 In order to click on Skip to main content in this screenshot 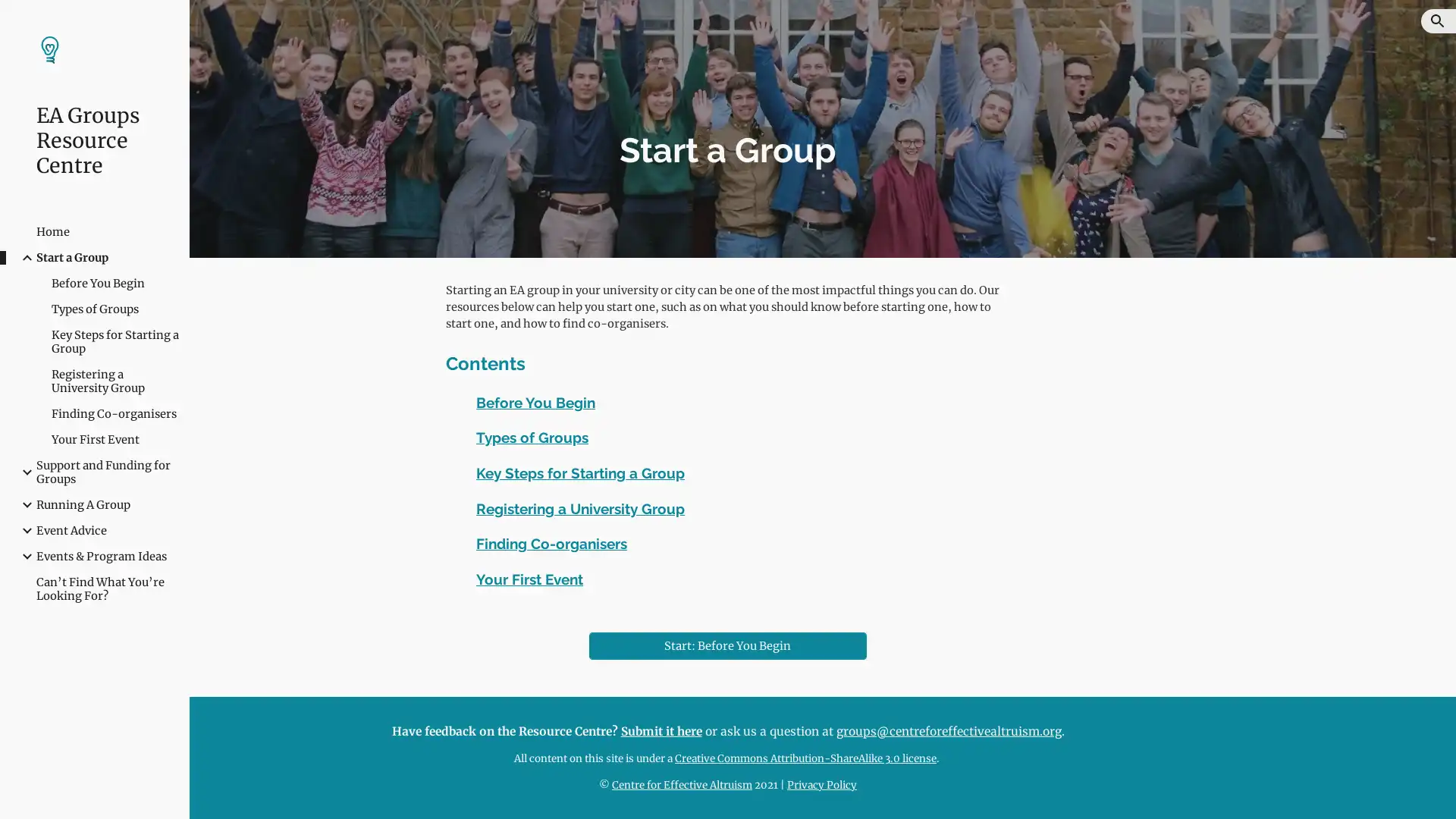, I will do `click(597, 28)`.